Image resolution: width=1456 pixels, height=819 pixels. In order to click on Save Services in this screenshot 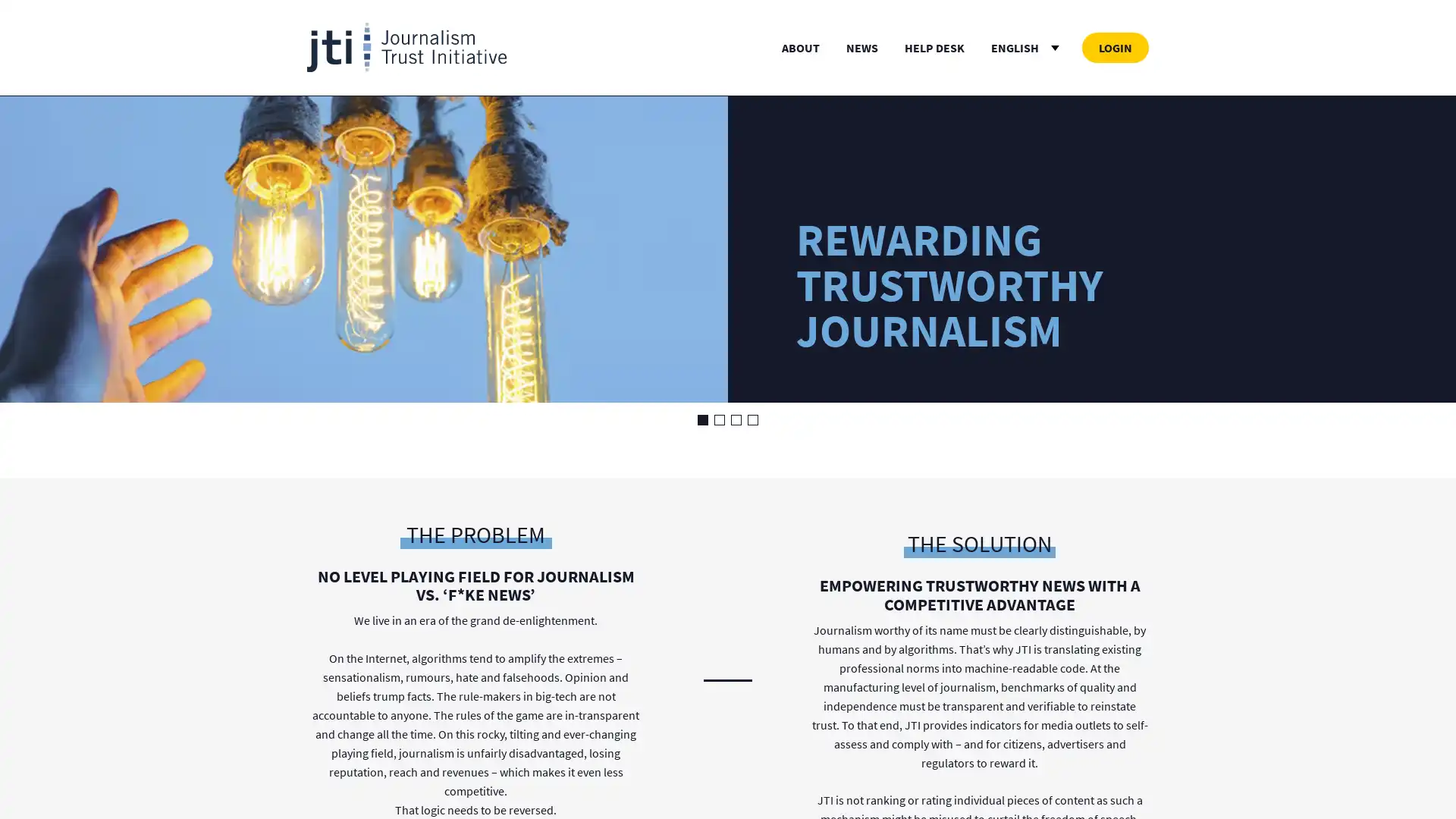, I will do `click(578, 496)`.